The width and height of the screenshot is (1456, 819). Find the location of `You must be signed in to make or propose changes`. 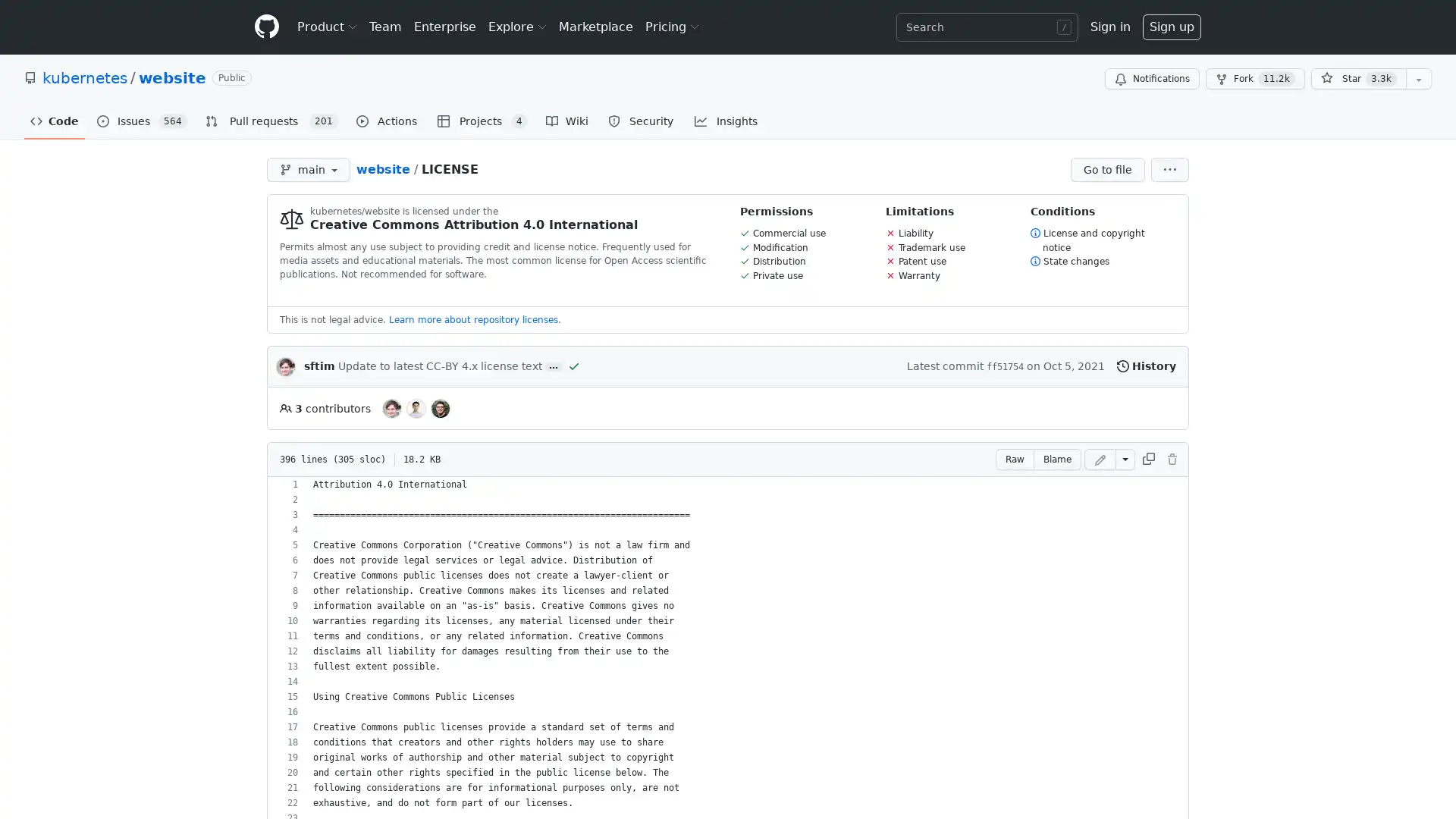

You must be signed in to make or propose changes is located at coordinates (1100, 458).